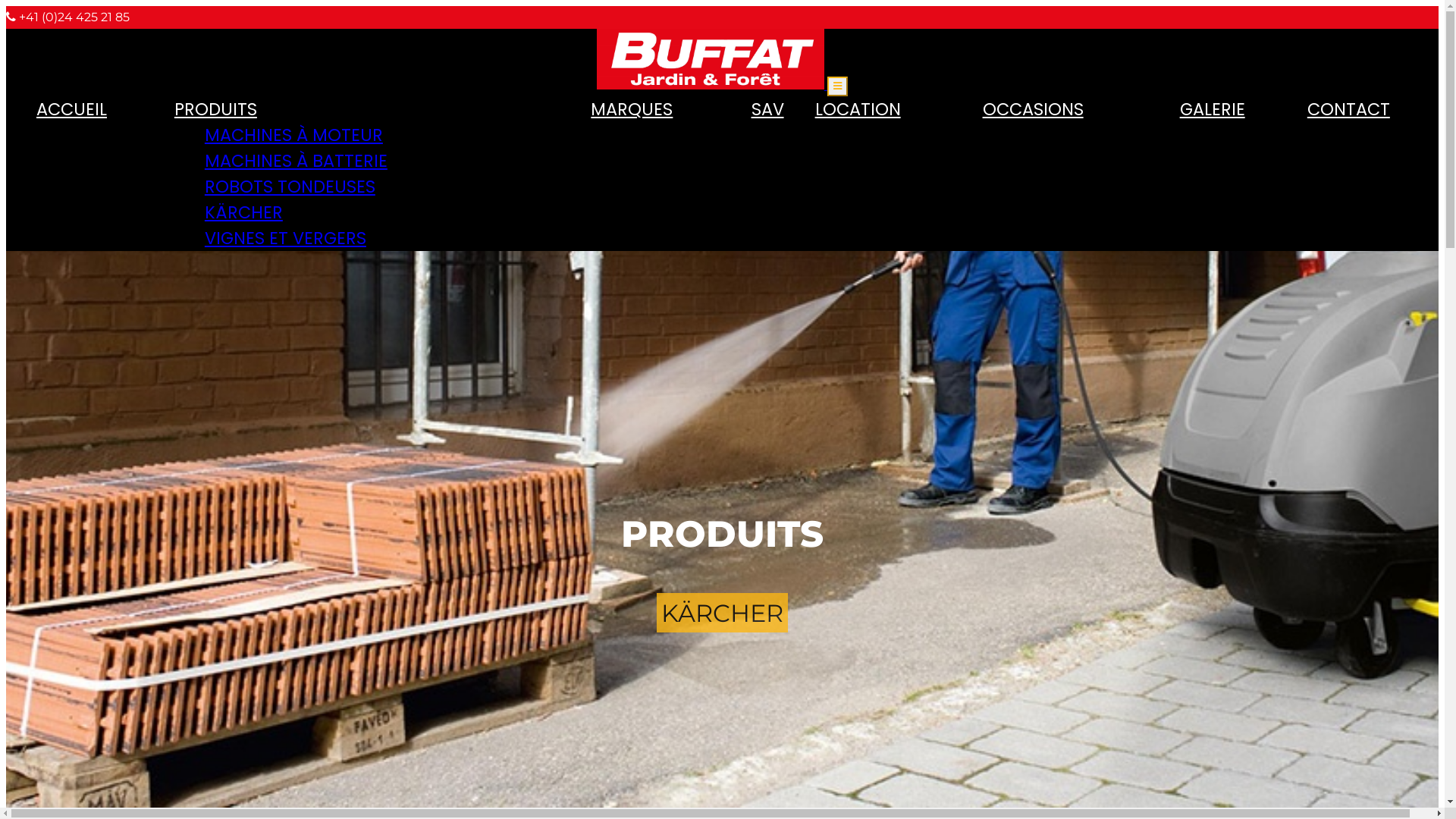 This screenshot has width=1456, height=819. Describe the element at coordinates (285, 237) in the screenshot. I see `'VIGNES ET VERGERS'` at that location.